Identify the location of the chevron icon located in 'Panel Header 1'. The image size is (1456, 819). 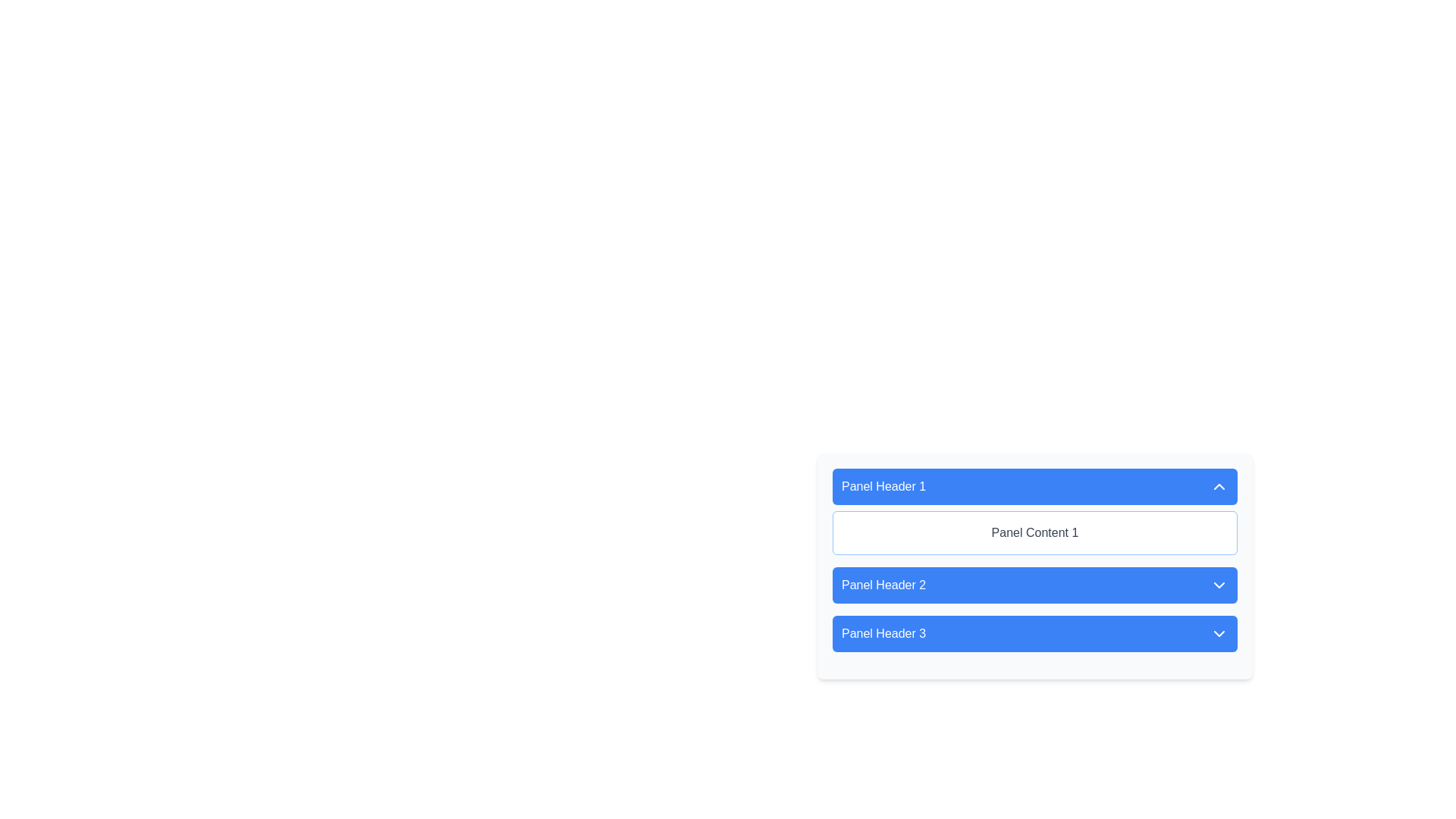
(1219, 486).